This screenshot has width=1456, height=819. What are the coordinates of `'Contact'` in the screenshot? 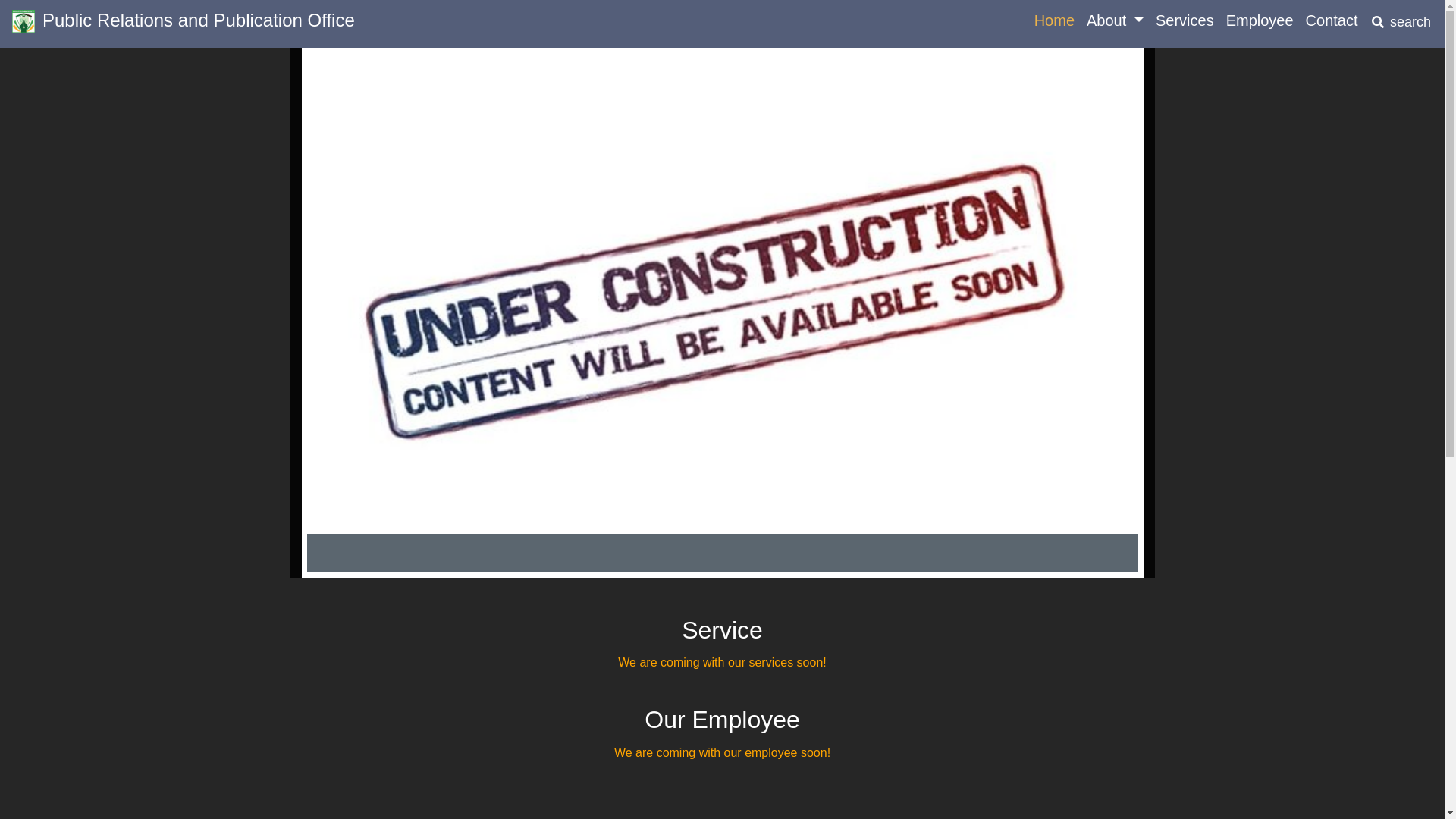 It's located at (1298, 20).